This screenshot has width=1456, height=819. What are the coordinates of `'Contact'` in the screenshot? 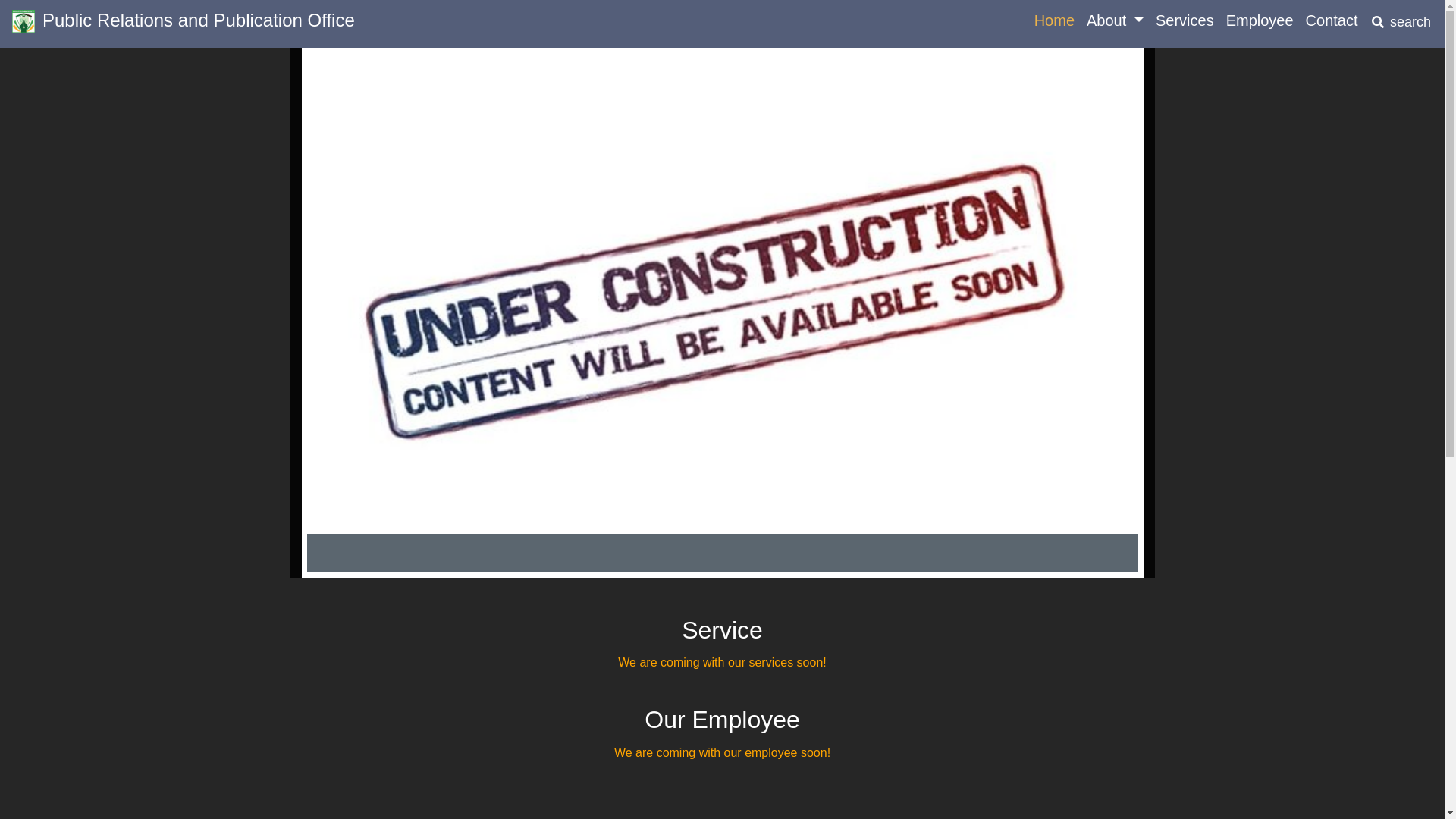 It's located at (1298, 20).